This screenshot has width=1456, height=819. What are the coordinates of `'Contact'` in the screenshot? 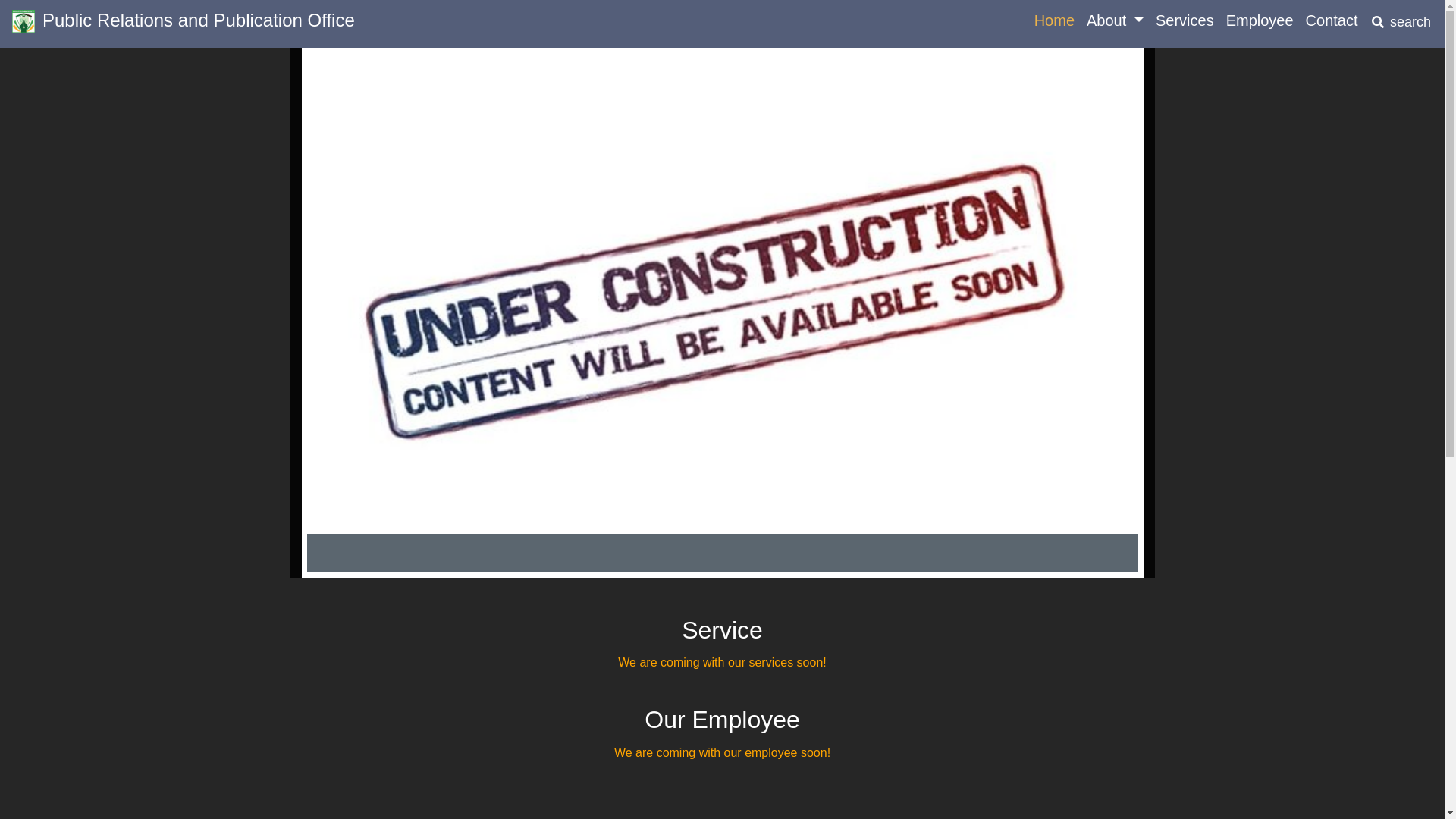 It's located at (1298, 20).